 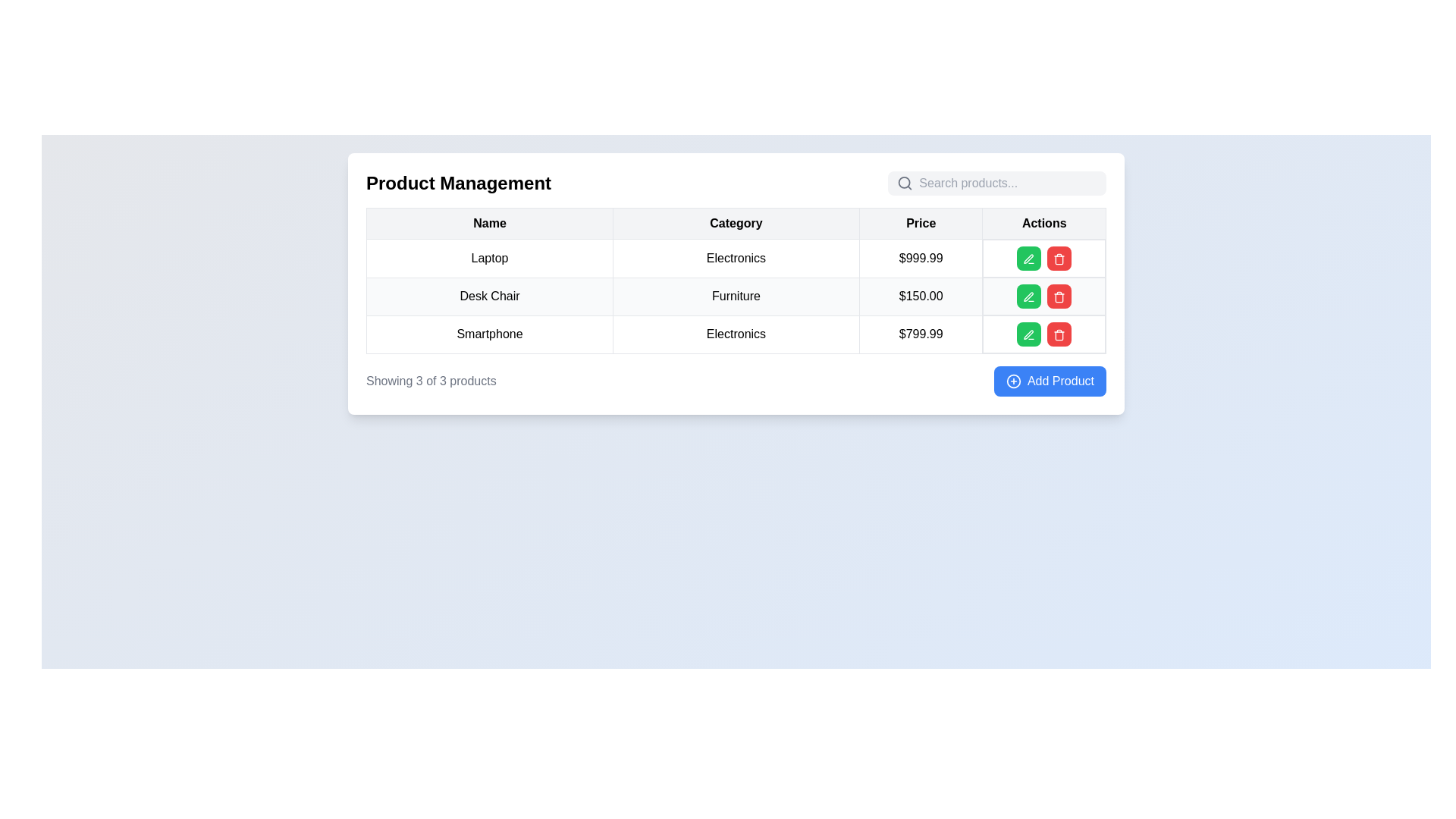 What do you see at coordinates (1029, 257) in the screenshot?
I see `the green edit button with a pen icon located in the Actions column of the table for the 'Laptop' product entry` at bounding box center [1029, 257].